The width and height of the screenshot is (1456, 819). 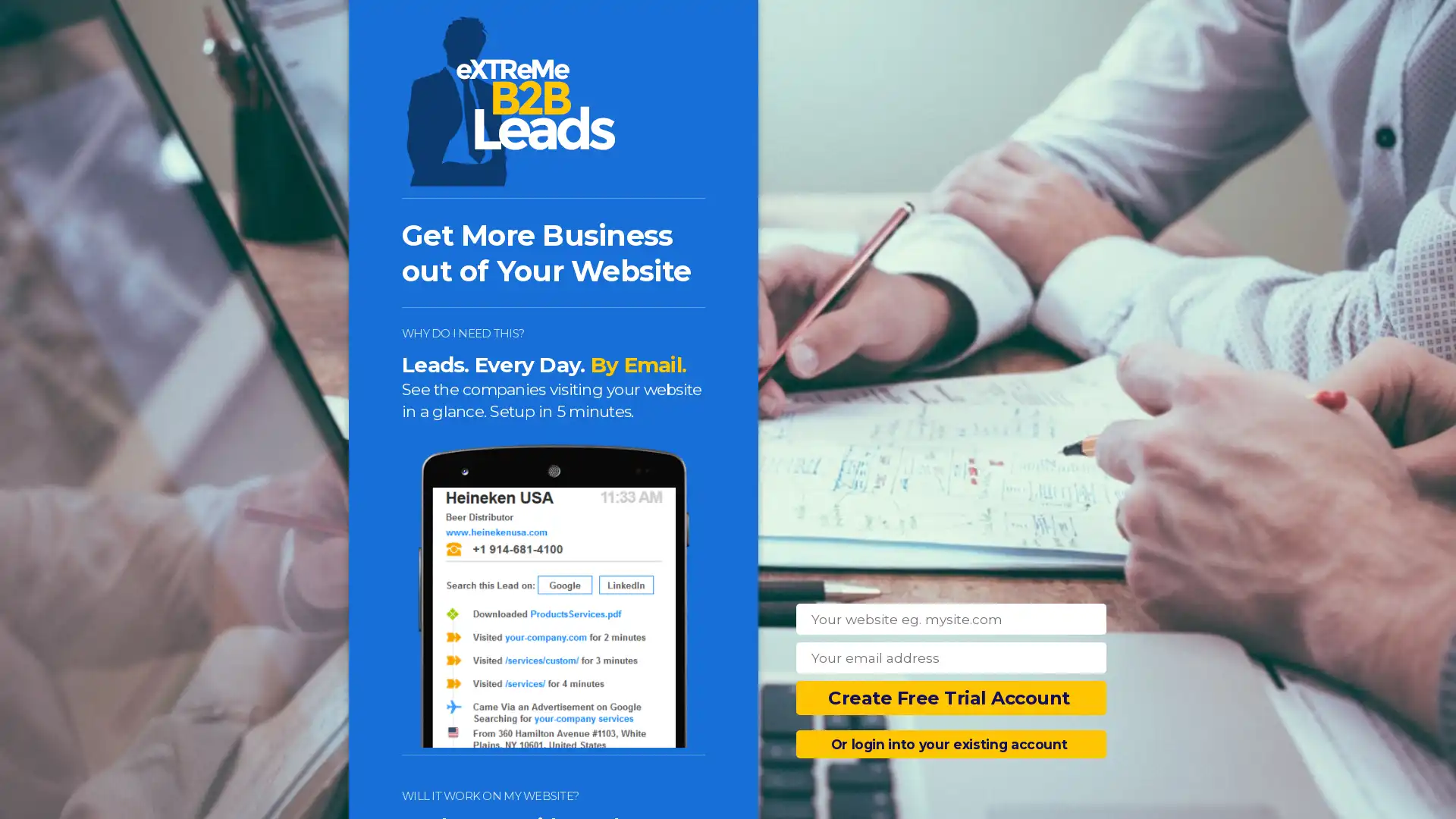 What do you see at coordinates (950, 698) in the screenshot?
I see `Create Free Trial Account` at bounding box center [950, 698].